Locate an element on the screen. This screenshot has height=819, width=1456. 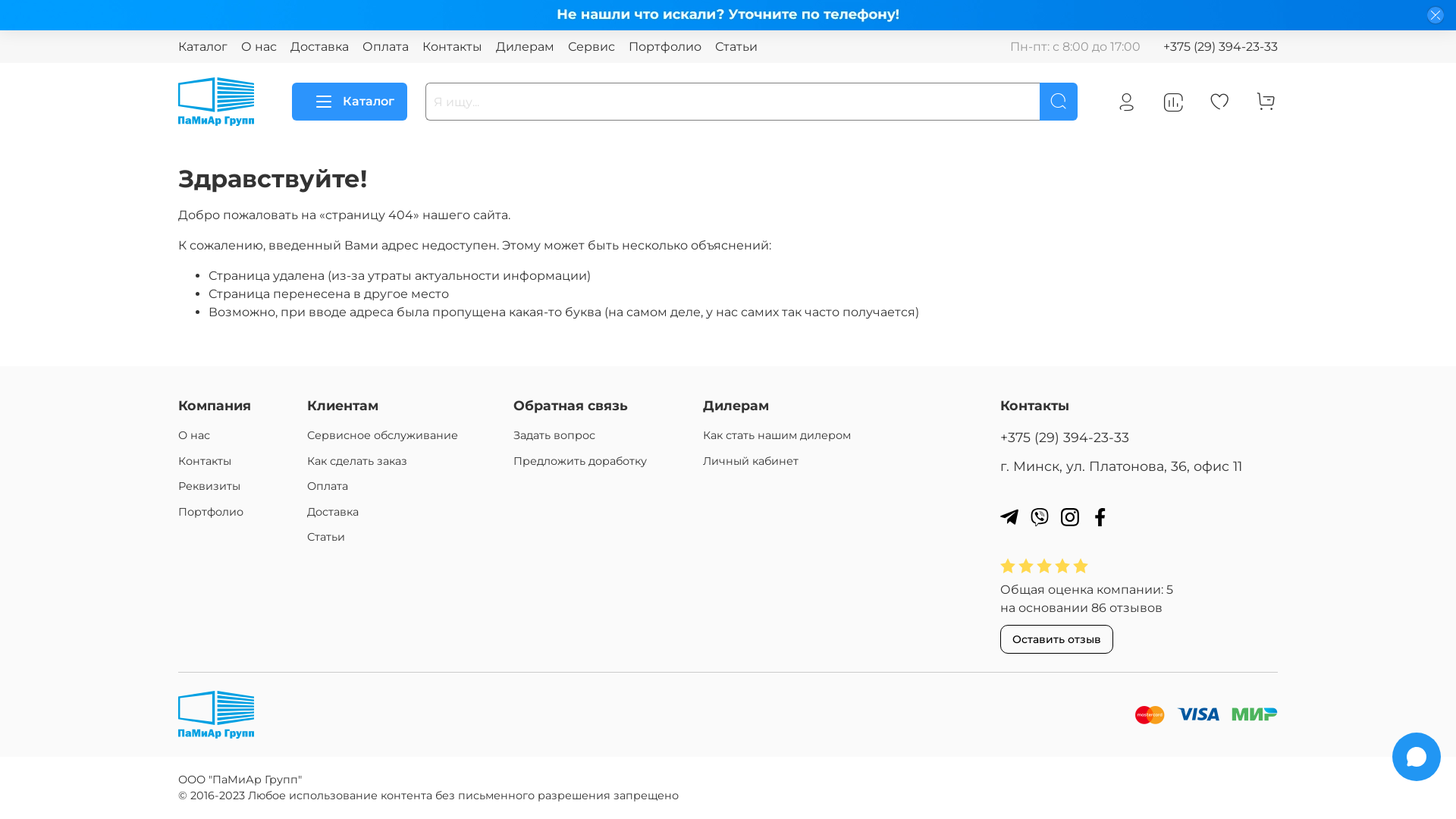
'+375 (29) 394-23-33' is located at coordinates (1063, 437).